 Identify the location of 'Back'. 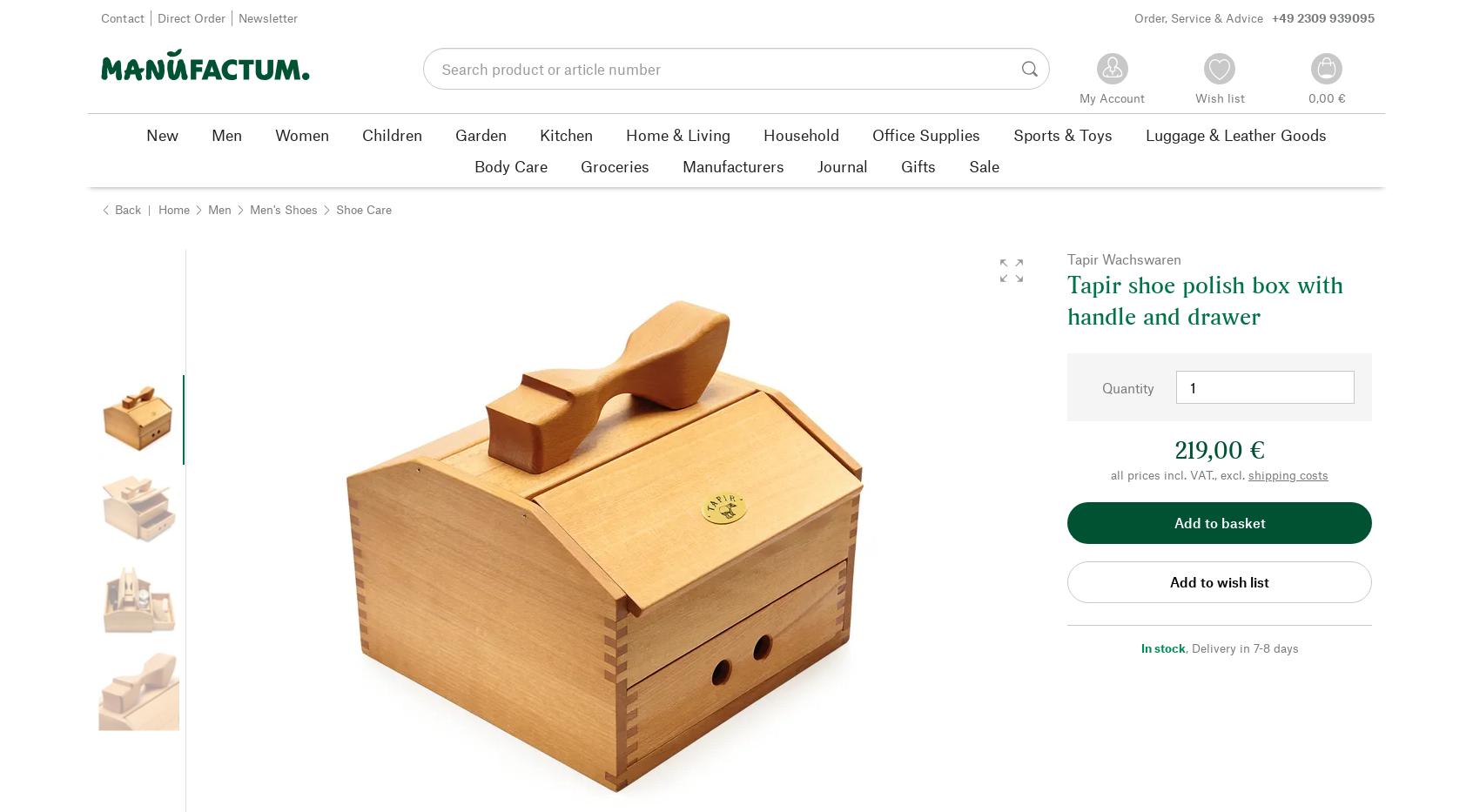
(127, 207).